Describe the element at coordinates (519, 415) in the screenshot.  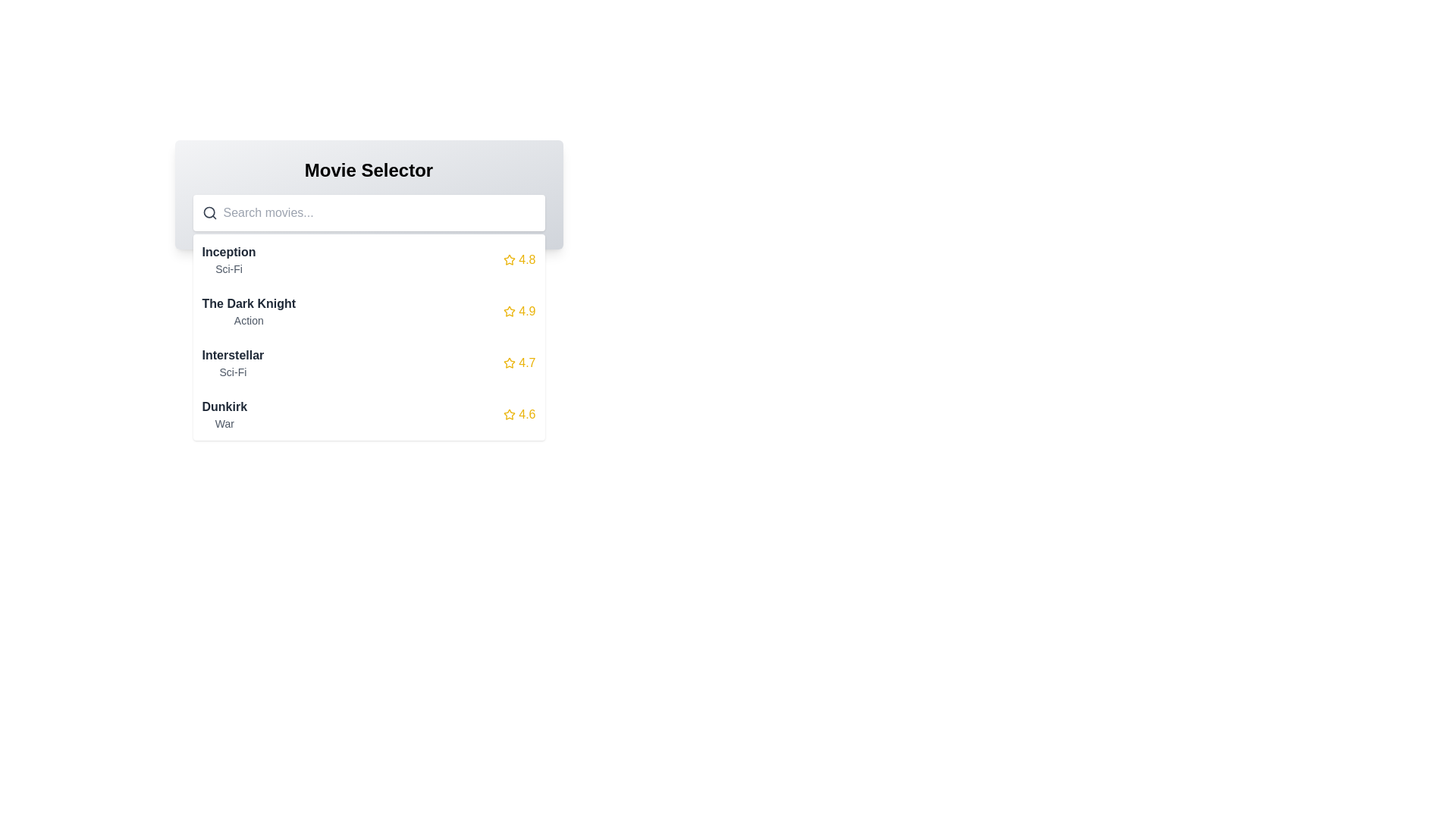
I see `the rating component displaying '4.6' with a yellow star icon, located on the right side of the row for the movie 'Dunkirk'` at that location.